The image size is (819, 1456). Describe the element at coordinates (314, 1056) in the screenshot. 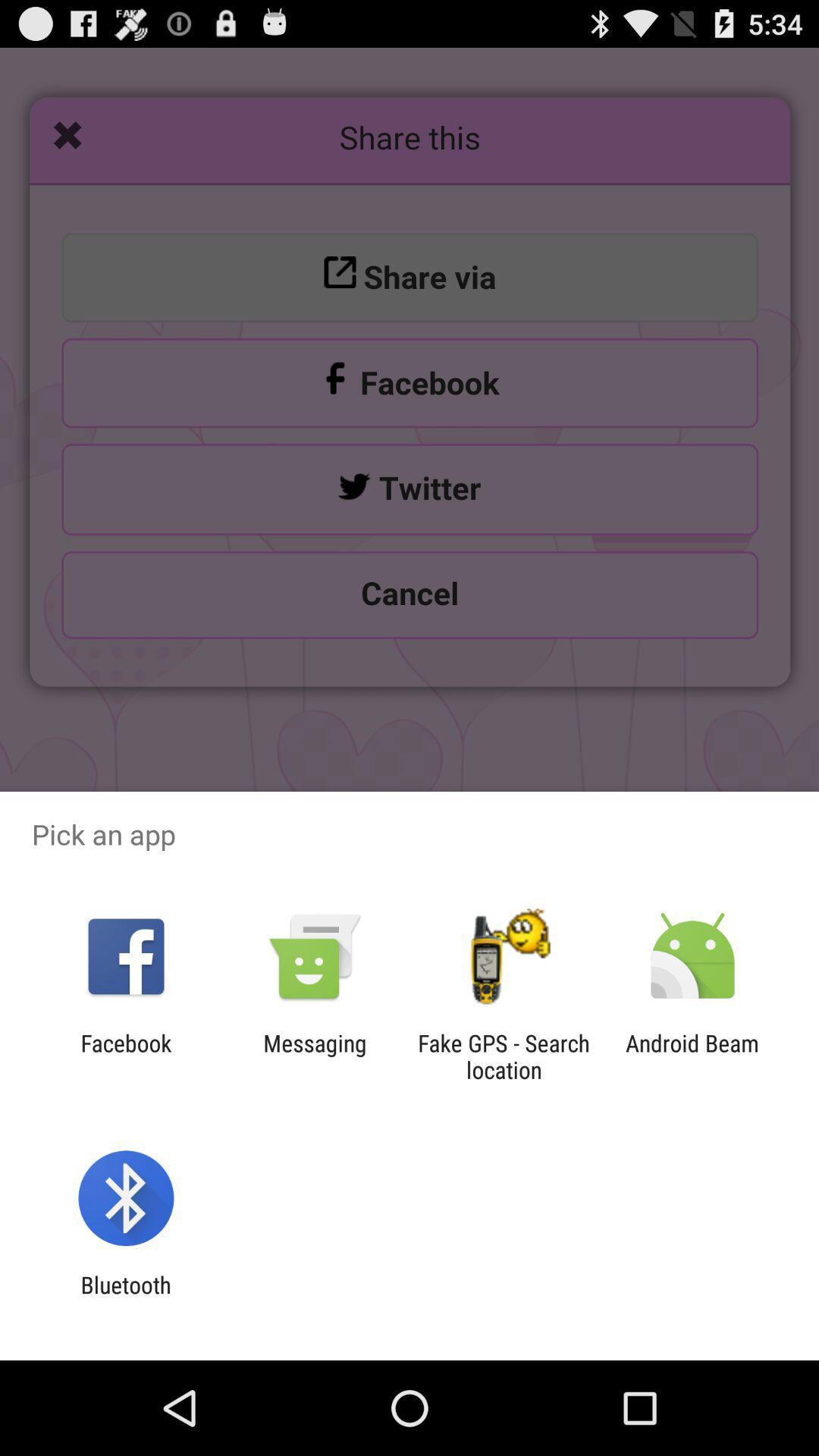

I see `item next to the facebook app` at that location.